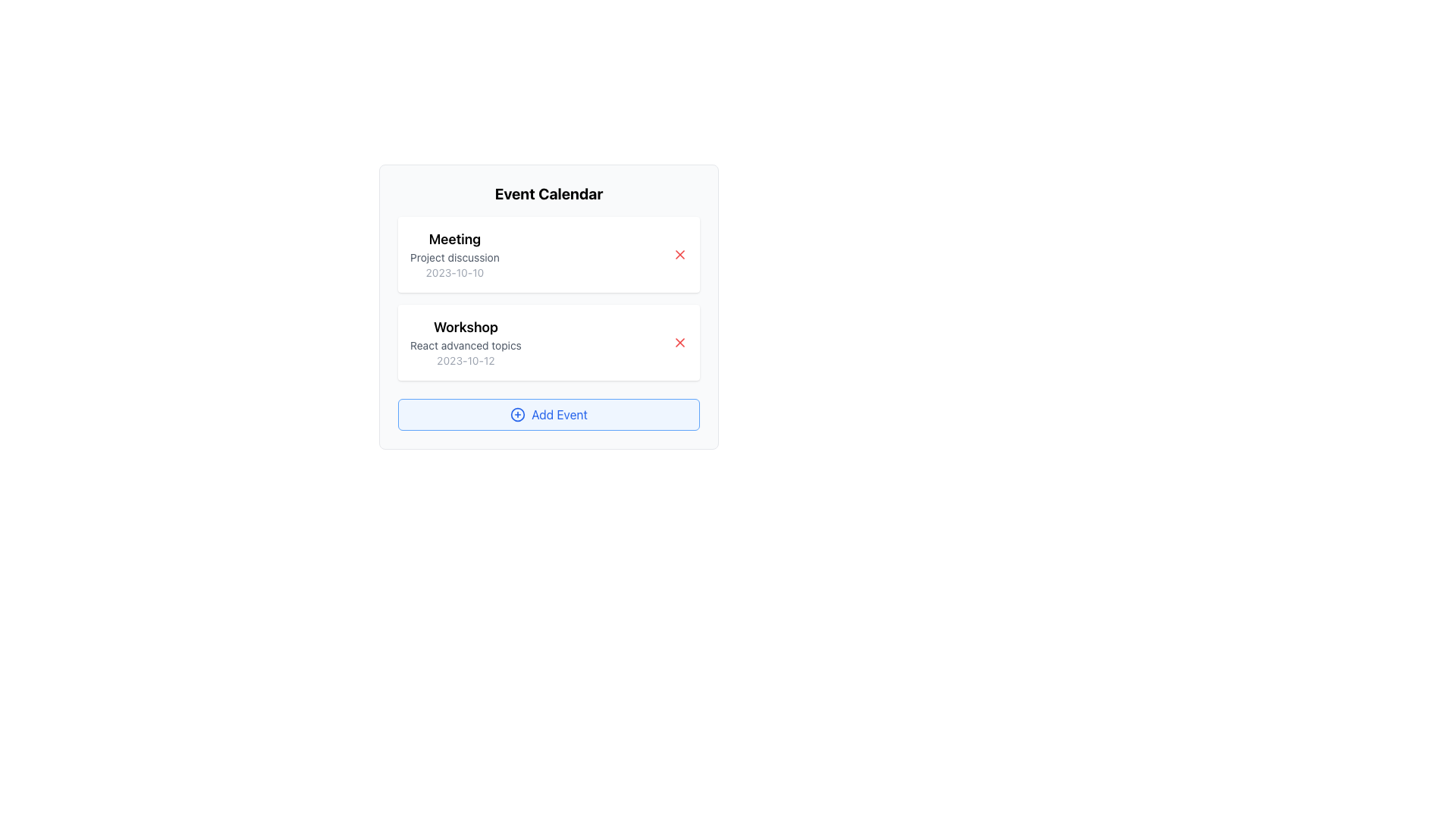 The height and width of the screenshot is (819, 1456). What do you see at coordinates (679, 342) in the screenshot?
I see `the red 'X' button on the far-right side of the 'Workshop' event` at bounding box center [679, 342].